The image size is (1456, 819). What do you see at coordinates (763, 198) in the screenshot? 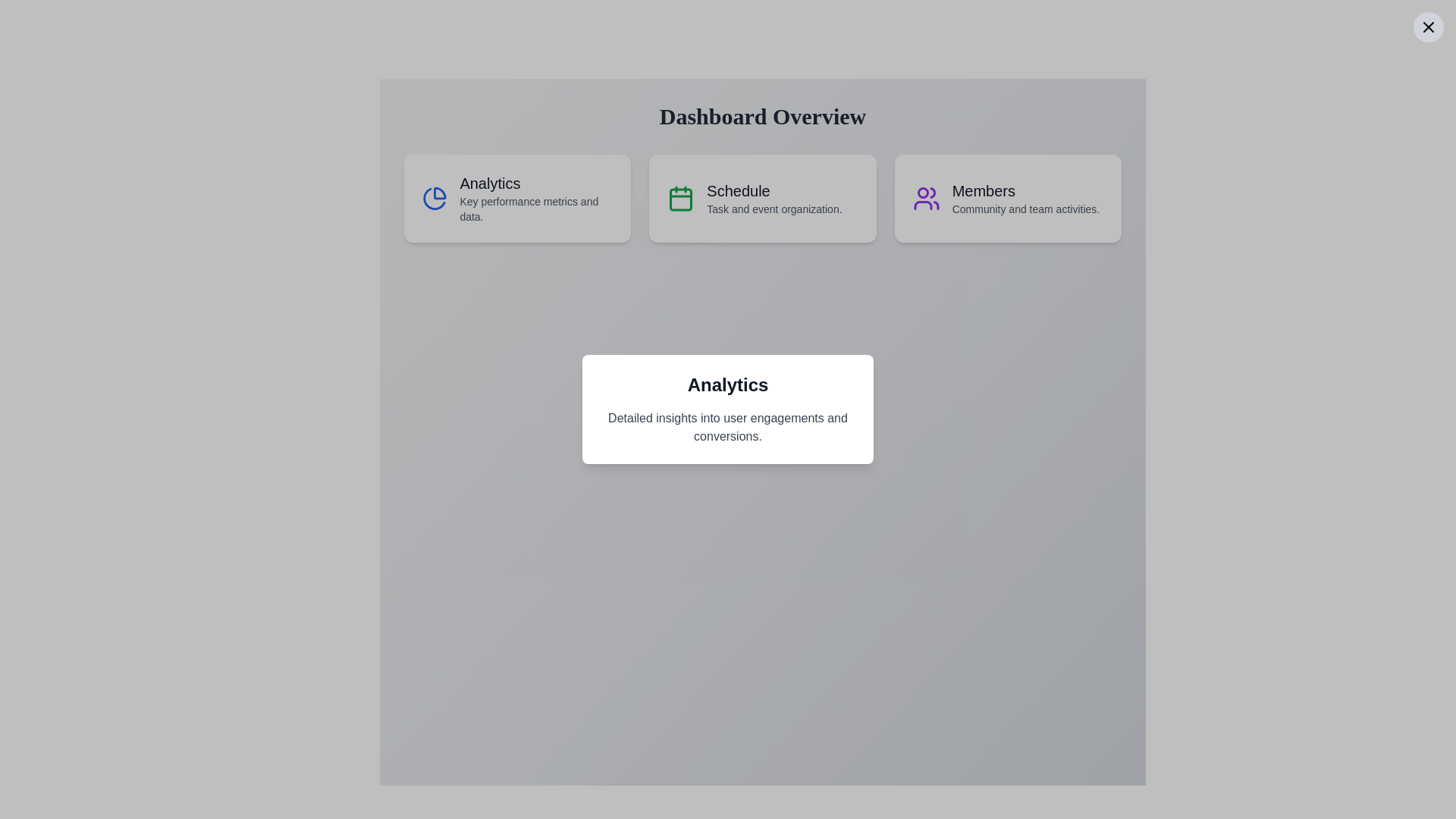
I see `the 'Schedule' button, which is a rectangular card with a white background, rounded corners, featuring a green calendar icon and the text 'Schedule' in bold` at bounding box center [763, 198].